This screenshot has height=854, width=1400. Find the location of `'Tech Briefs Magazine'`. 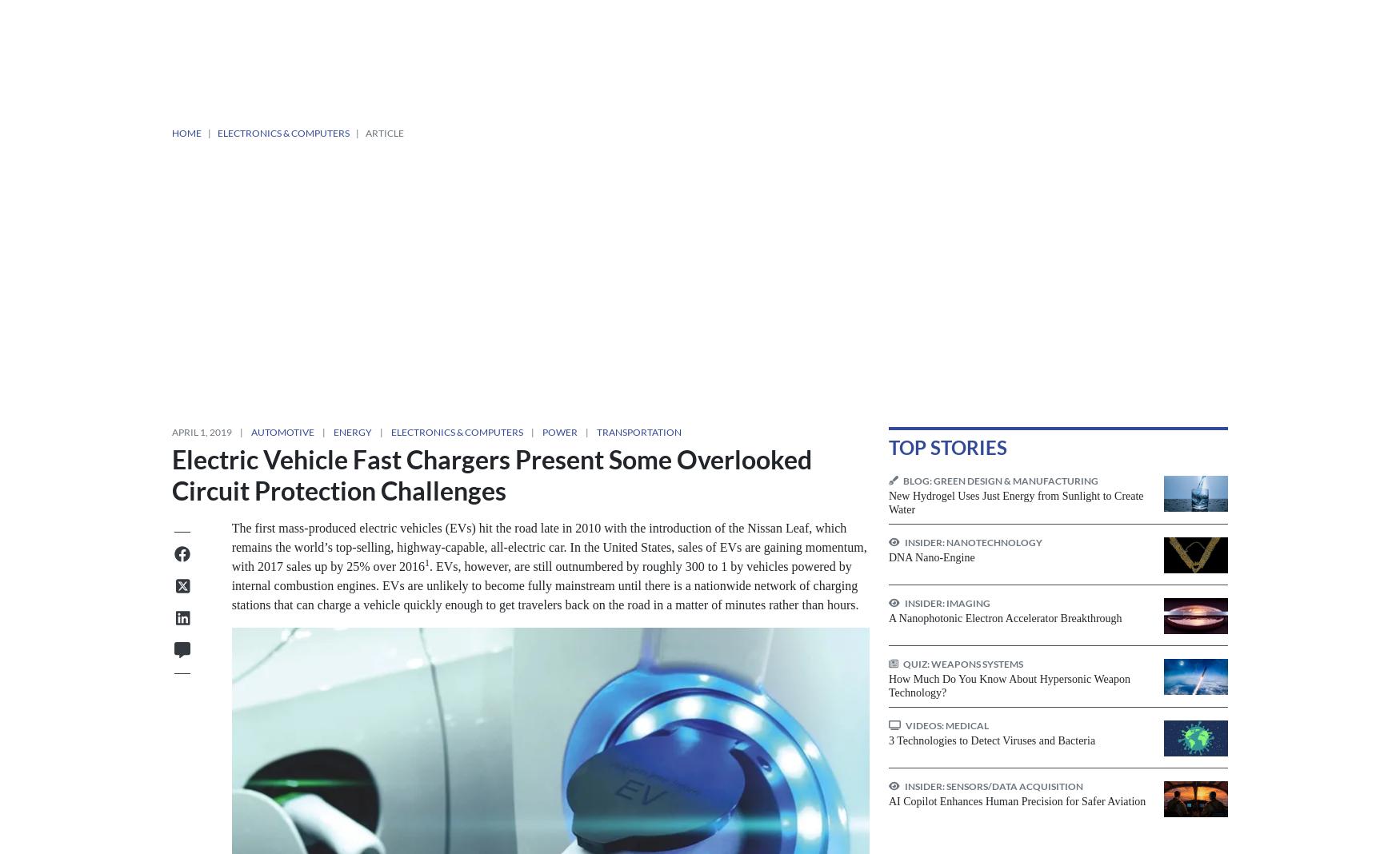

'Tech Briefs Magazine' is located at coordinates (638, 834).